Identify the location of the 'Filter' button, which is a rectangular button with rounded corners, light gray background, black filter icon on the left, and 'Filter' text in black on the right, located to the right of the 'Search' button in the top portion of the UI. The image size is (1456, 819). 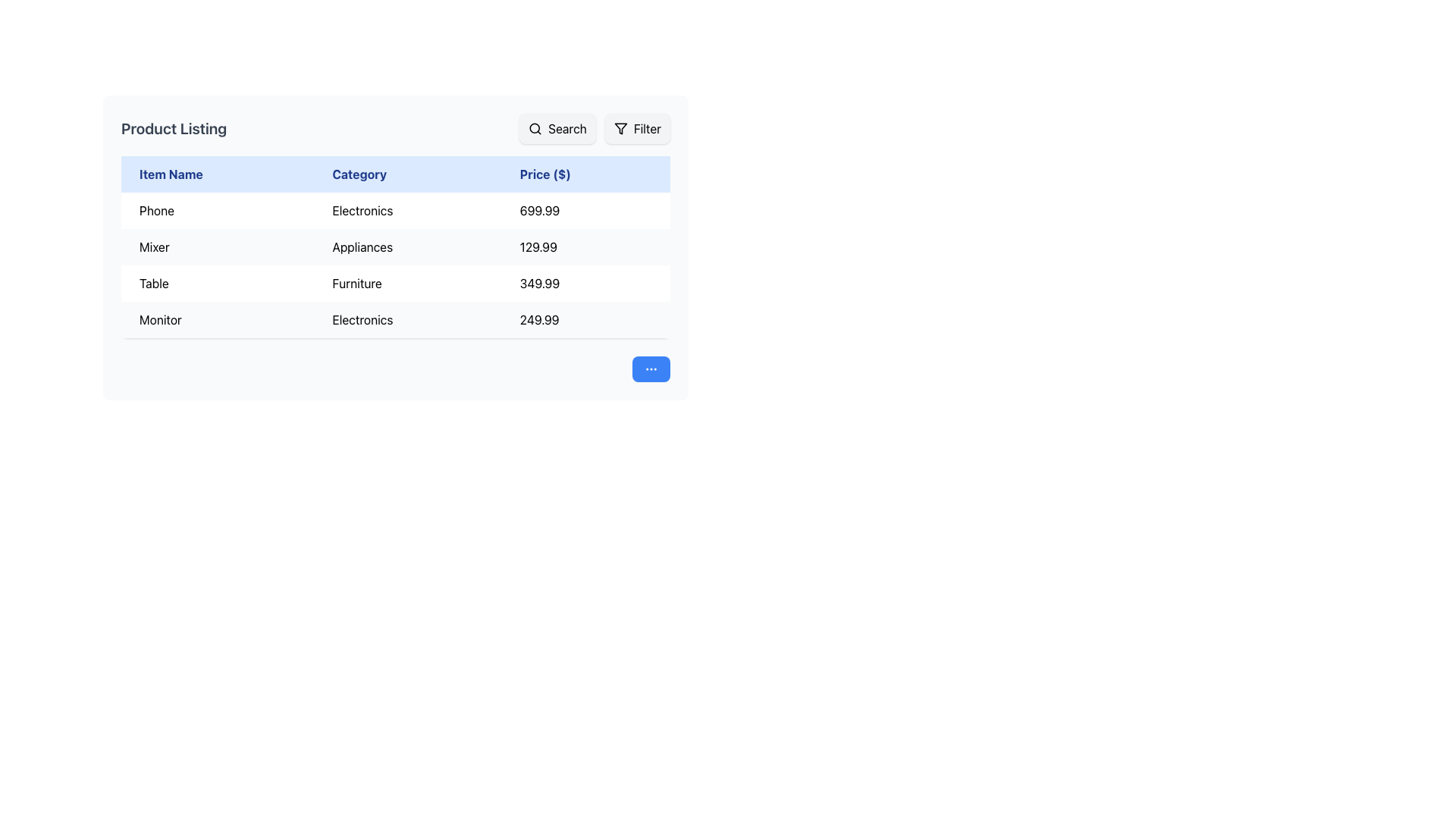
(637, 127).